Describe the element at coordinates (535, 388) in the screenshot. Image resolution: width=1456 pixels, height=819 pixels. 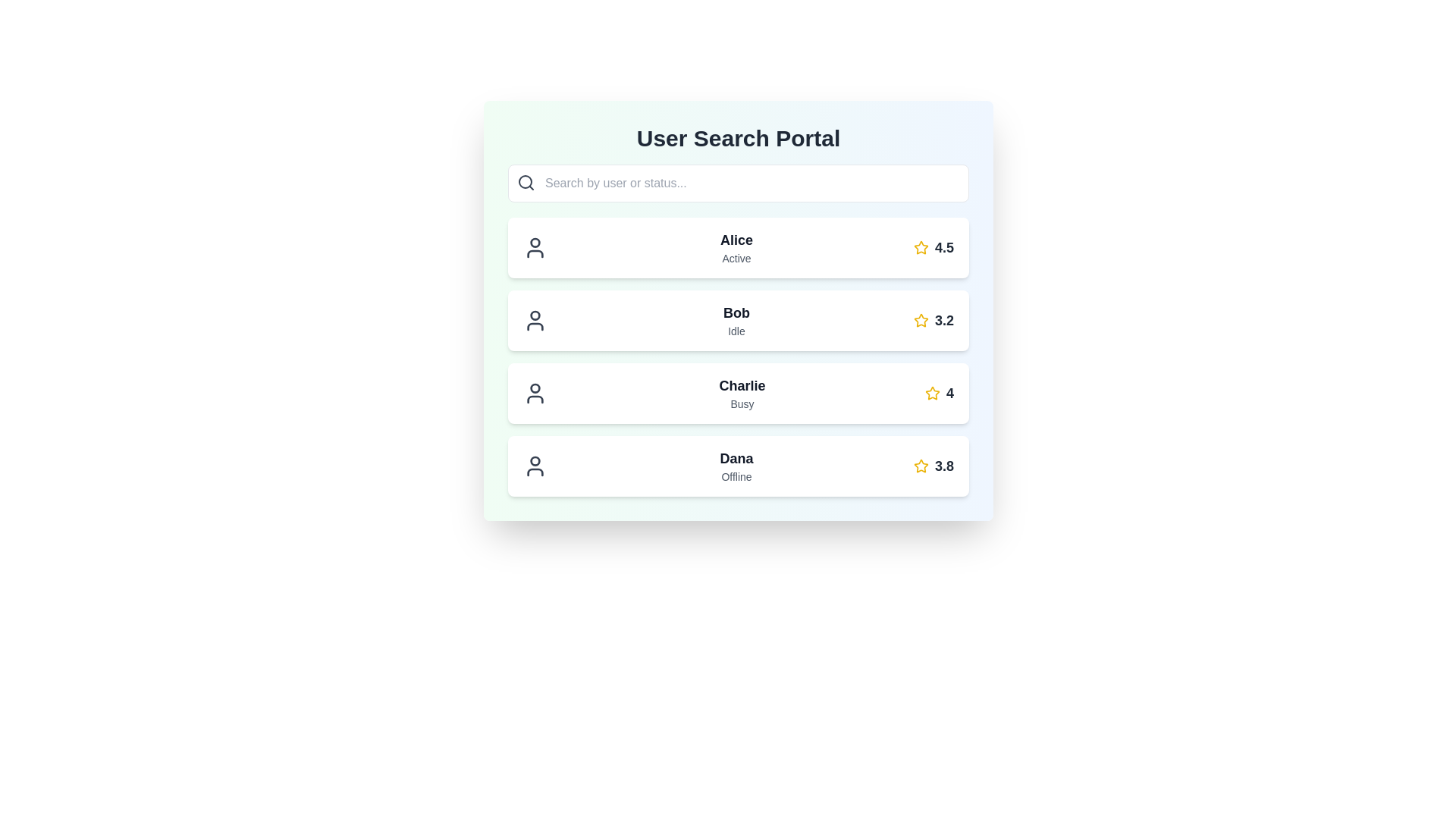
I see `the Circle SVG element that represents the head of the user profile icon for 'Charlie' in the list entry` at that location.